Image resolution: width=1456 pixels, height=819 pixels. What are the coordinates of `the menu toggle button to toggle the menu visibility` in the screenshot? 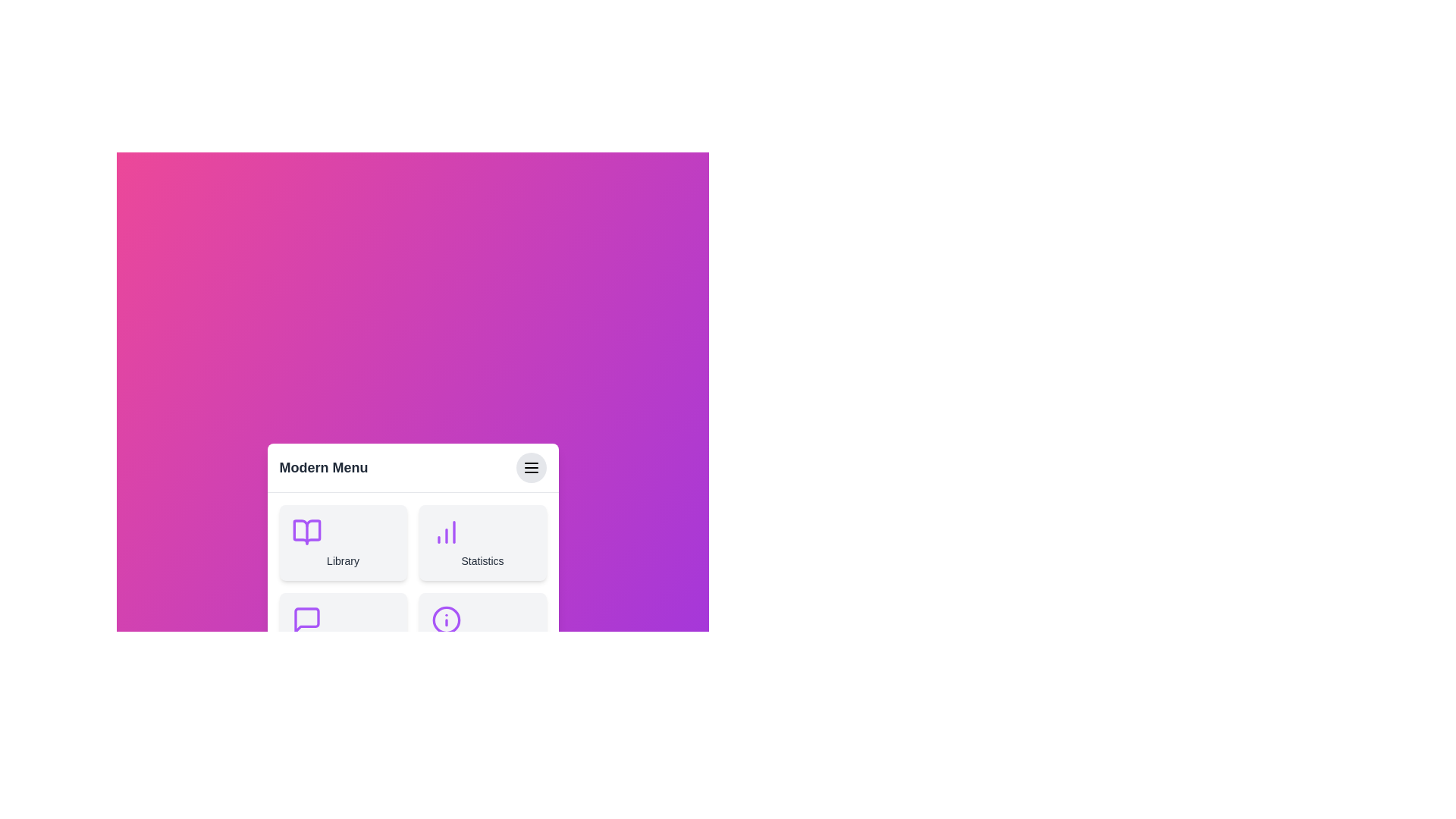 It's located at (531, 466).